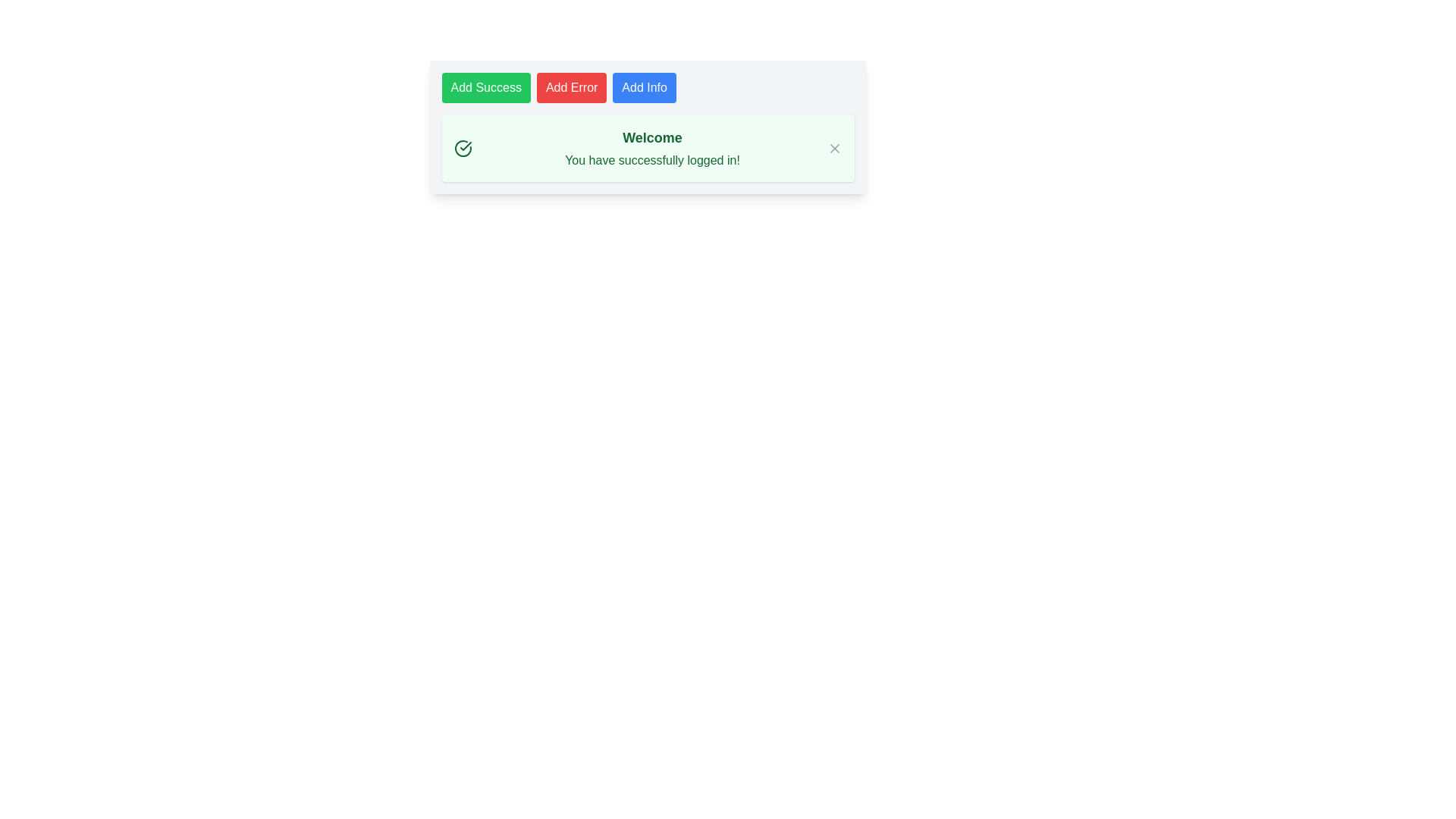  What do you see at coordinates (486, 87) in the screenshot?
I see `the 'Add Success' button, which is a green rectangular button with rounded corners located in the top-left portion of the button group, to observe its hover effects` at bounding box center [486, 87].